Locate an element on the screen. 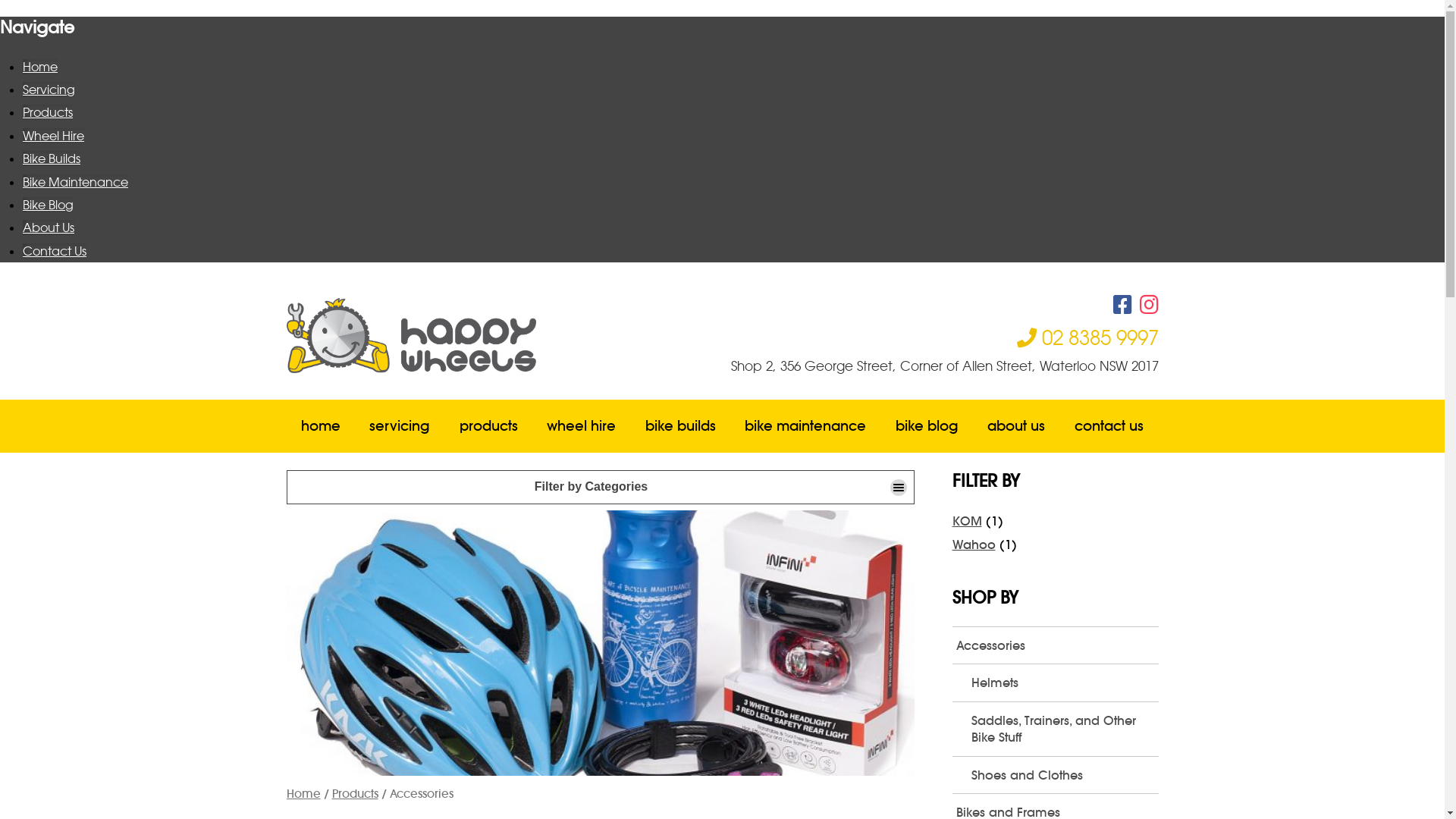  'Bike Maintenance' is located at coordinates (22, 180).